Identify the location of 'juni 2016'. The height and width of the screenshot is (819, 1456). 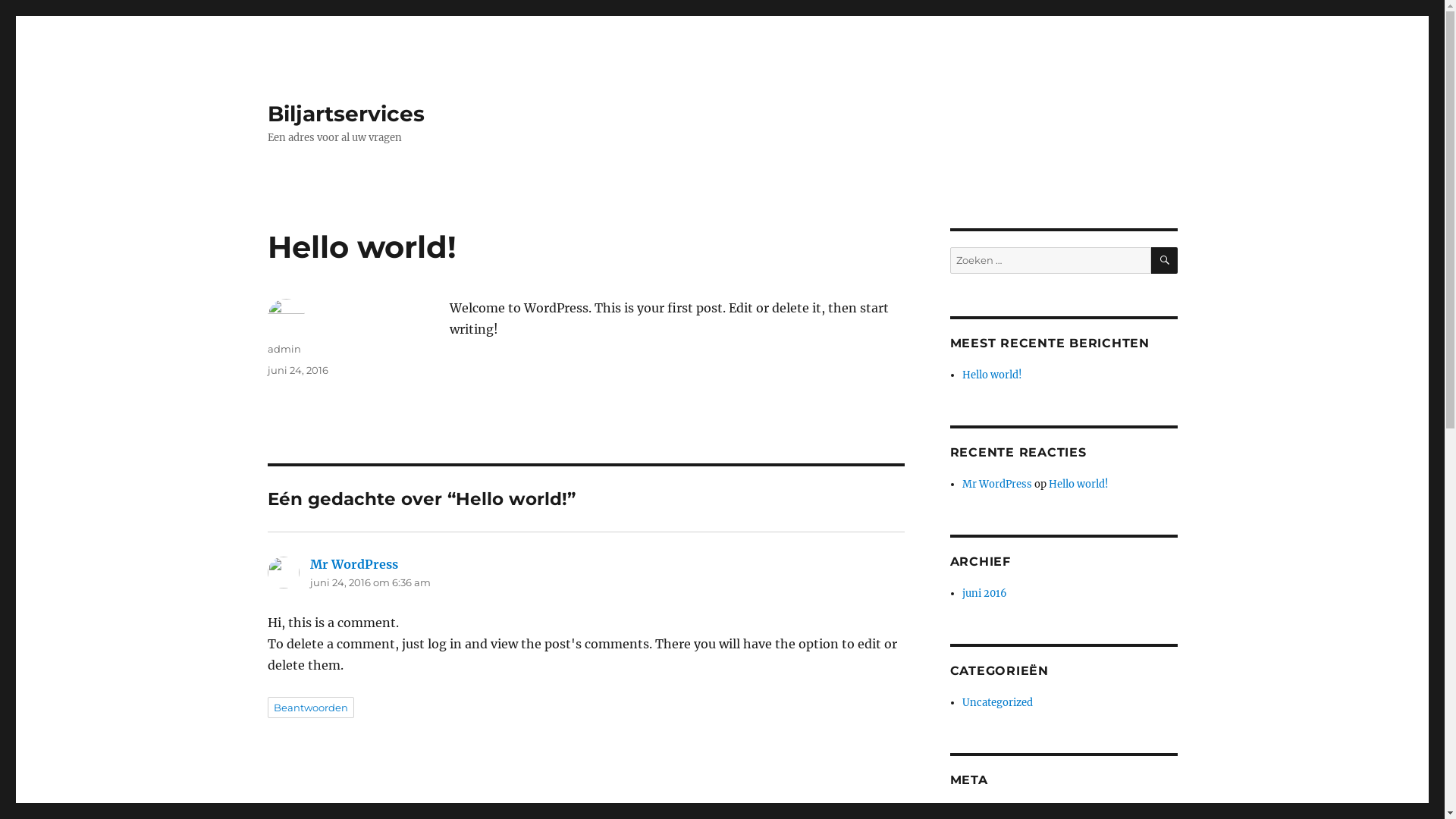
(984, 592).